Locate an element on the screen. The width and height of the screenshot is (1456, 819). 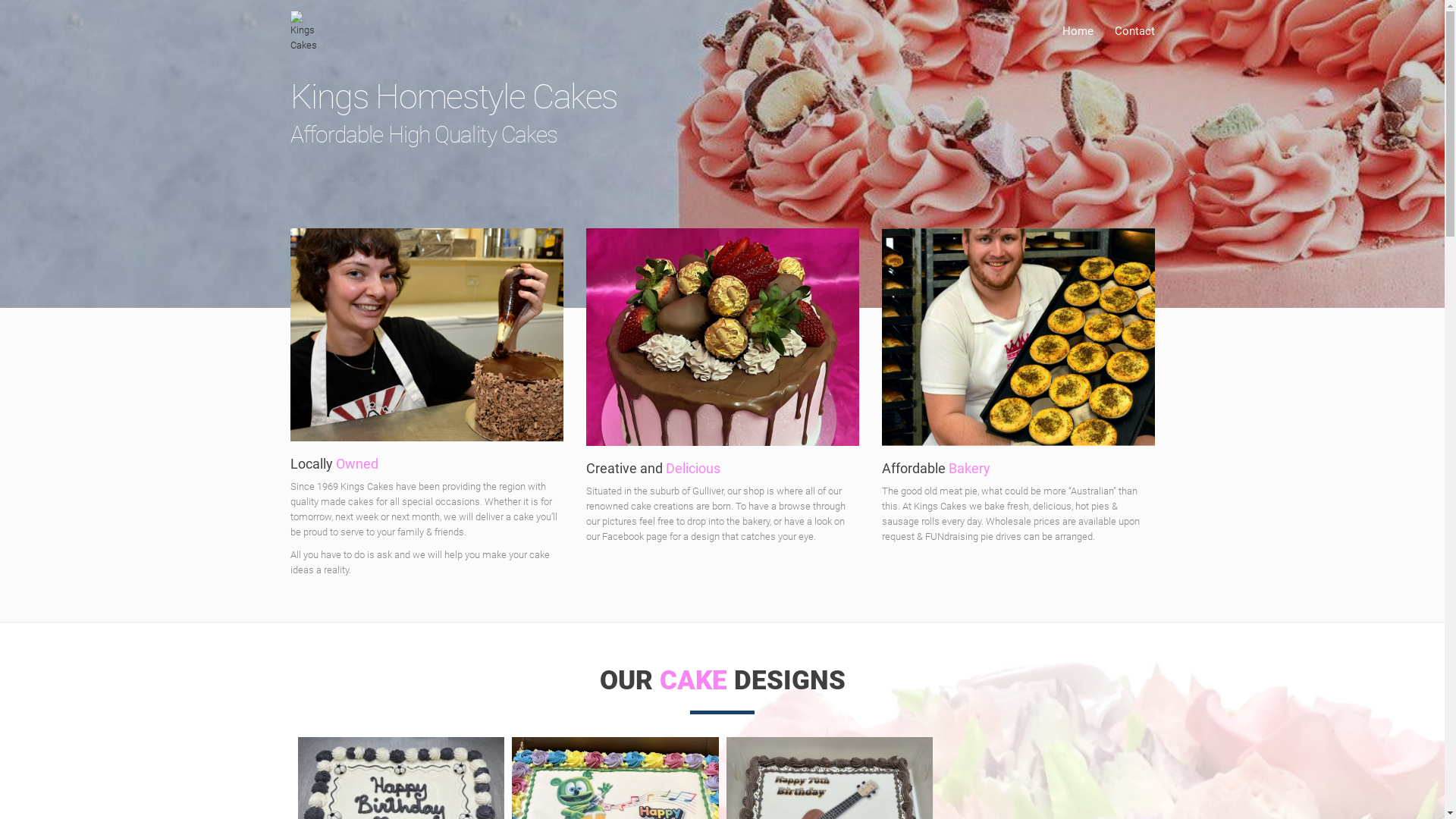
'Contact' is located at coordinates (1103, 31).